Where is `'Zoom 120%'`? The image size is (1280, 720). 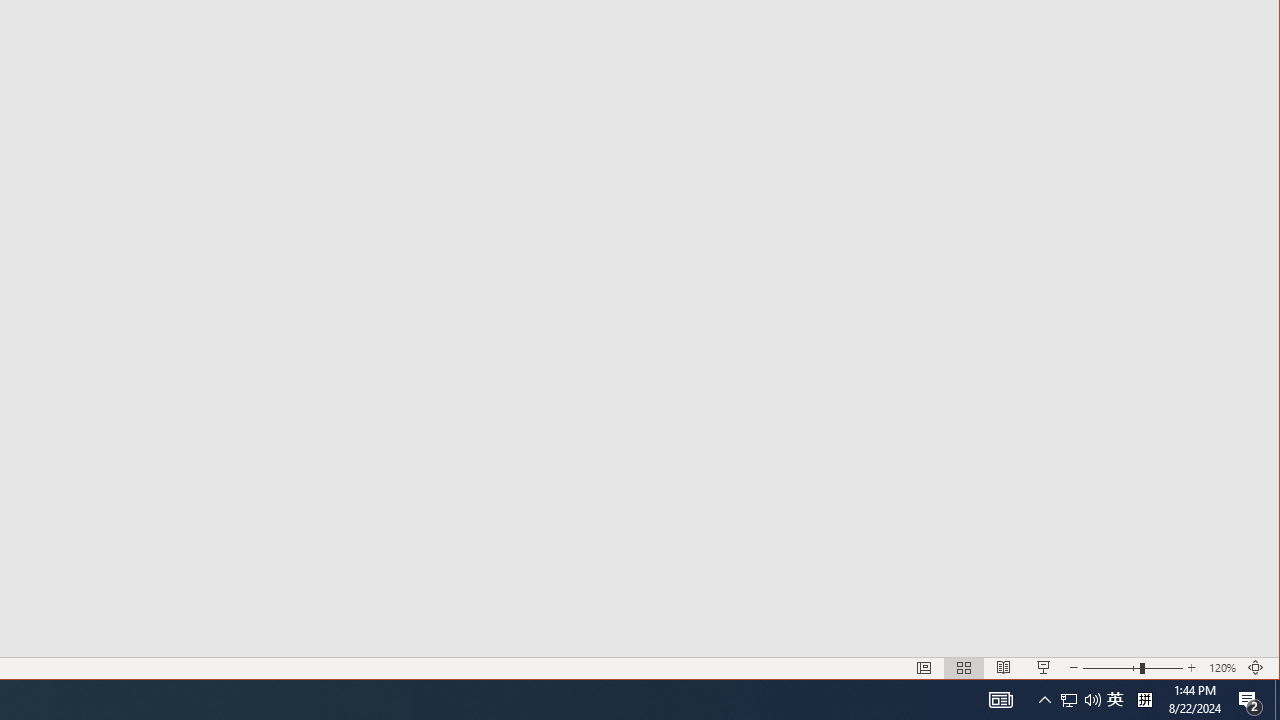 'Zoom 120%' is located at coordinates (1221, 668).